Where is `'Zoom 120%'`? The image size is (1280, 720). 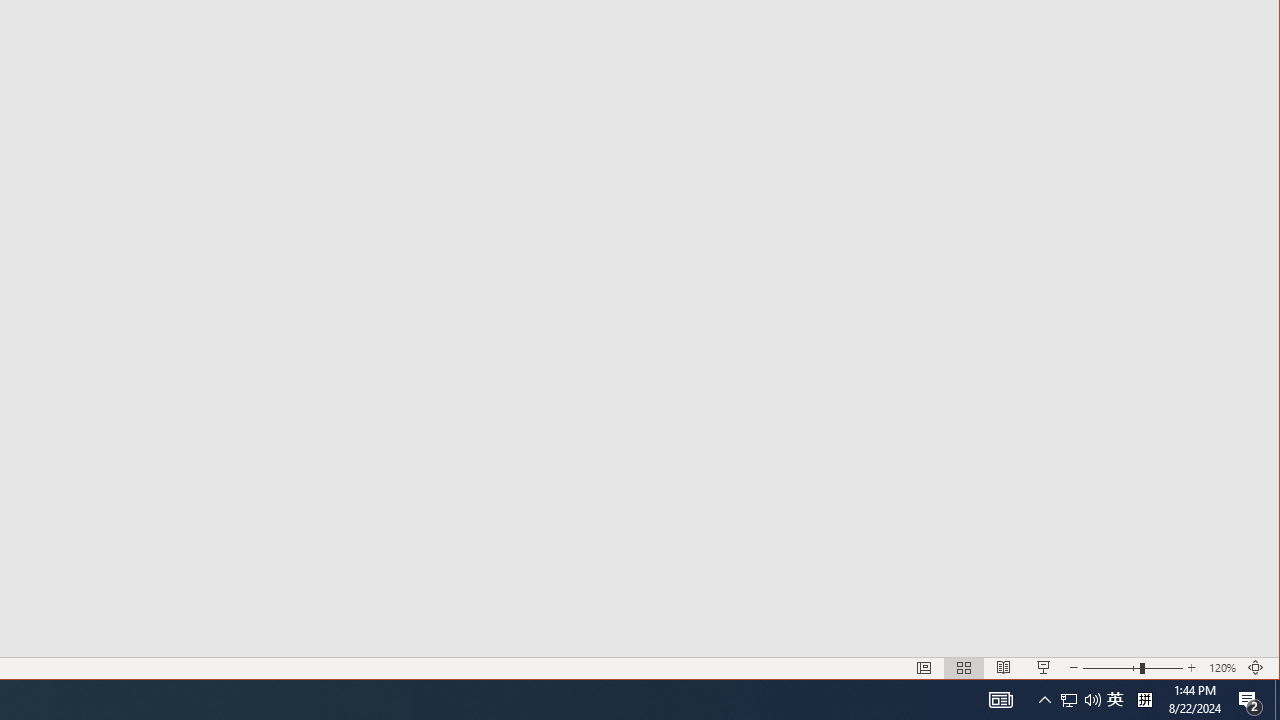 'Zoom 120%' is located at coordinates (1221, 668).